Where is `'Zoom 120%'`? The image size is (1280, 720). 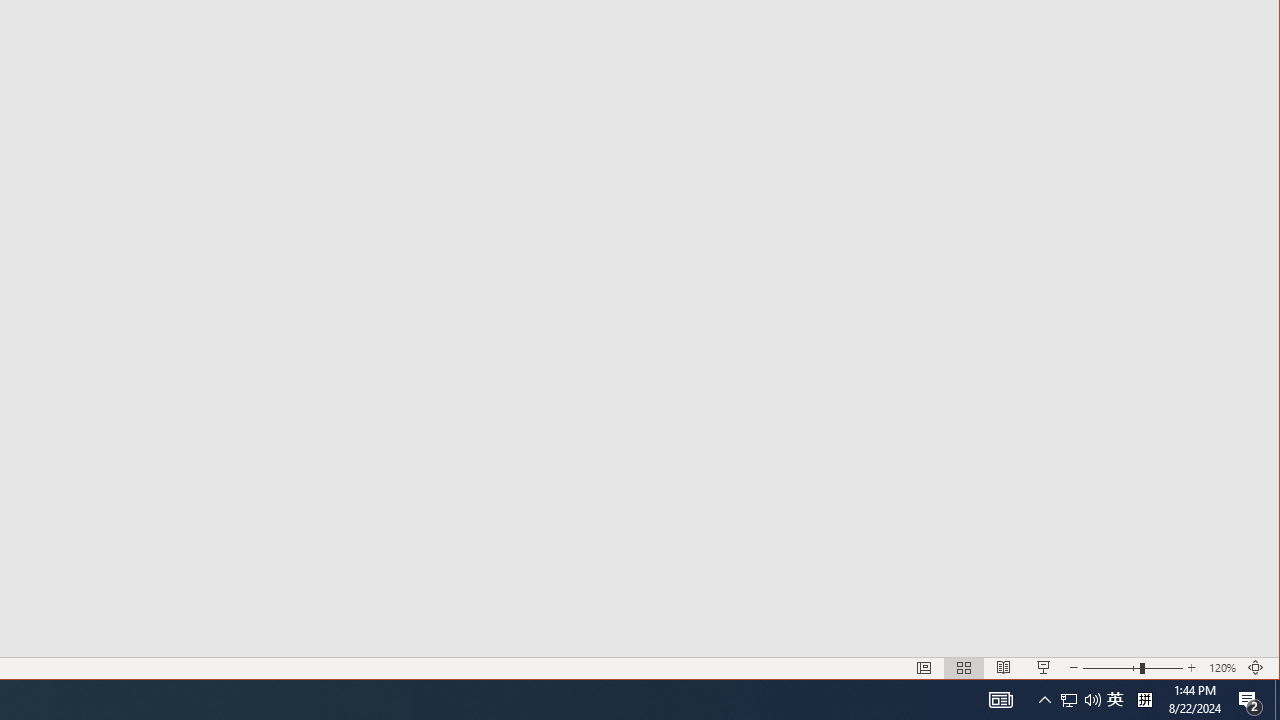 'Zoom 120%' is located at coordinates (1221, 668).